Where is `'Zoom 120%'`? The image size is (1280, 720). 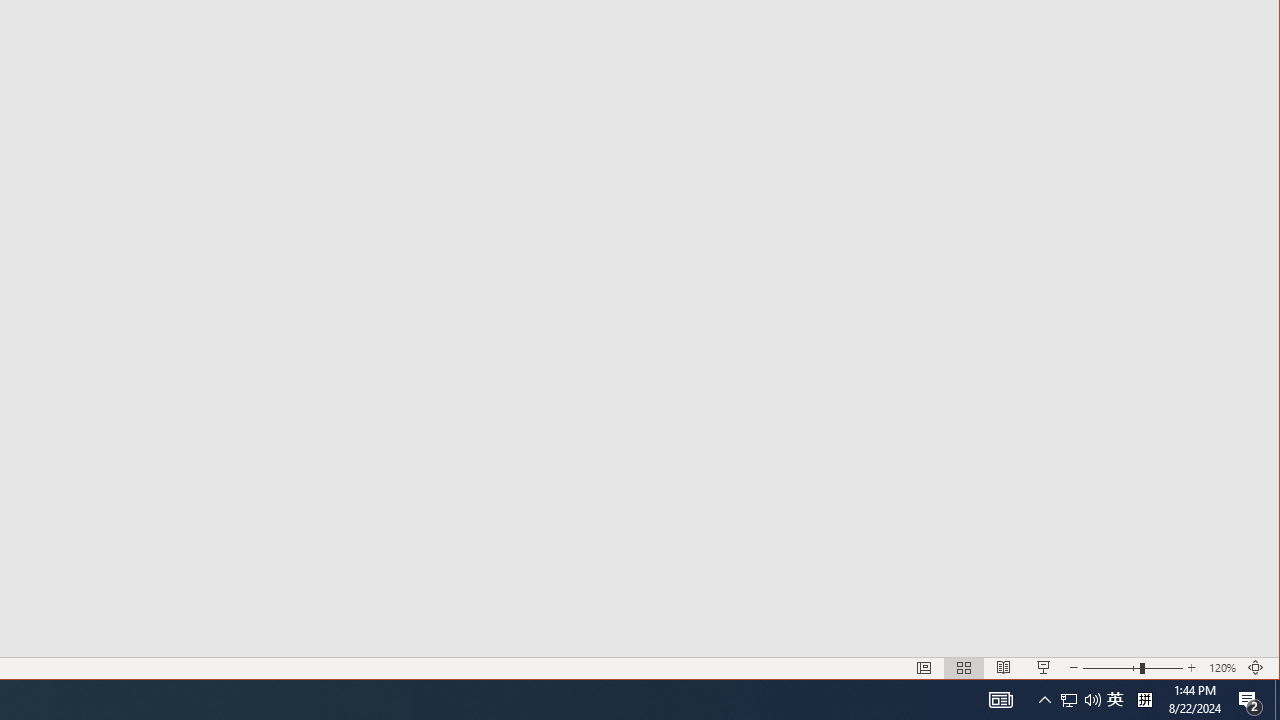 'Zoom 120%' is located at coordinates (1221, 668).